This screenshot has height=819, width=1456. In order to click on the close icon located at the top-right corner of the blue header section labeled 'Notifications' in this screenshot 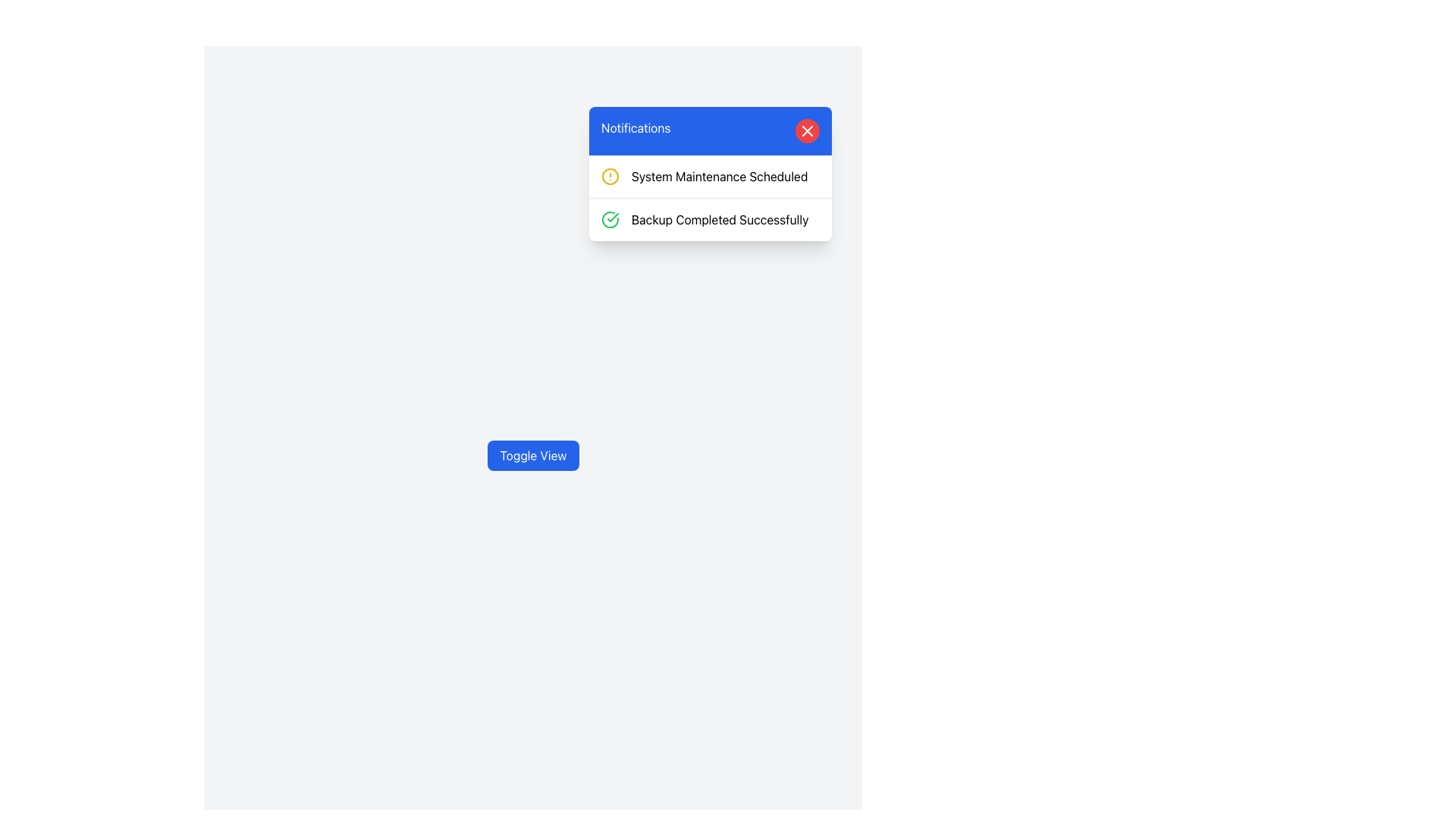, I will do `click(807, 130)`.